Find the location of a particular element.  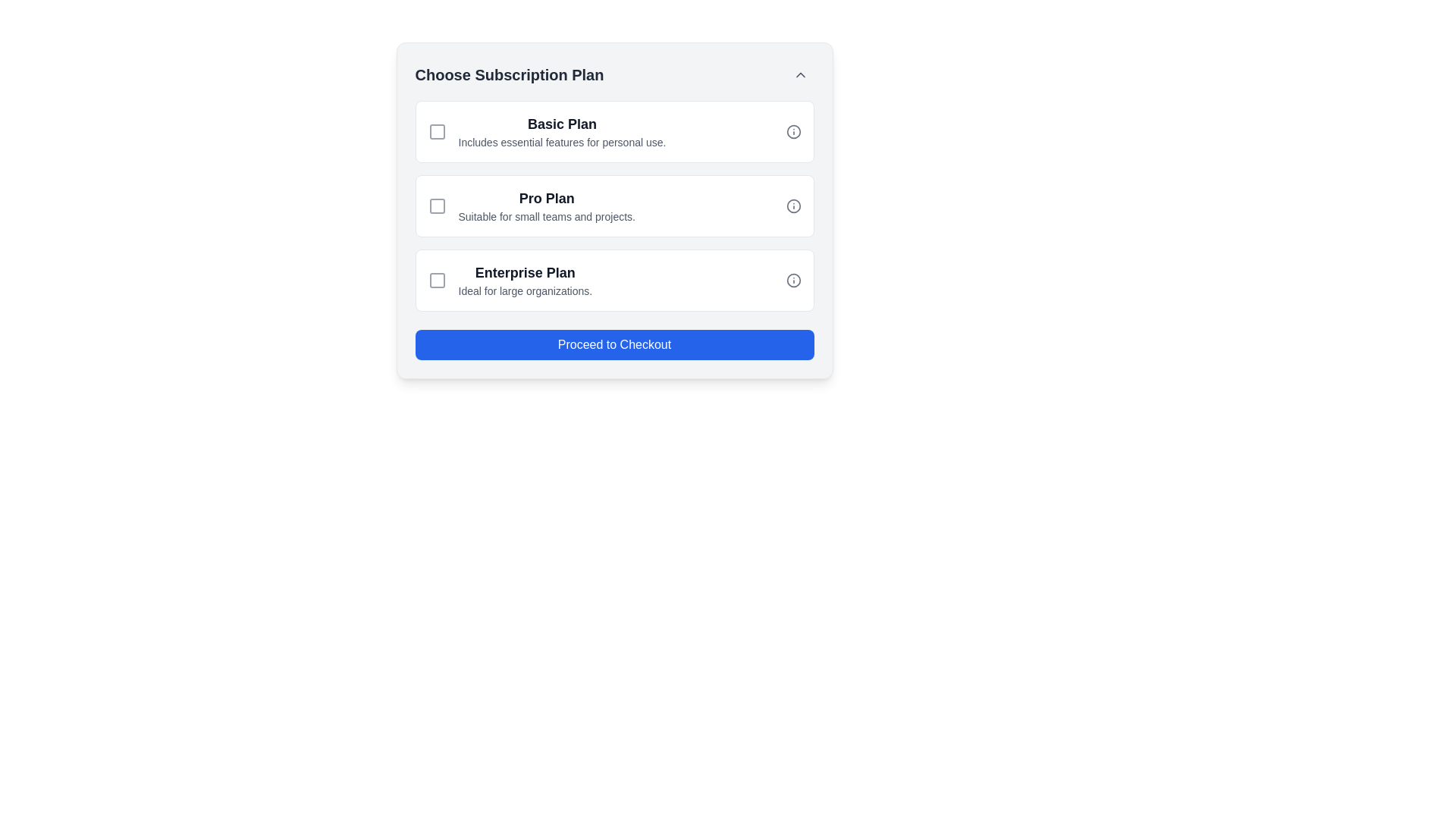

the circular Information Icon with a gray outline and 'i' in the center, located at the far right of the 'Enterprise Plan' section under 'Choose Subscription Plan' is located at coordinates (792, 281).